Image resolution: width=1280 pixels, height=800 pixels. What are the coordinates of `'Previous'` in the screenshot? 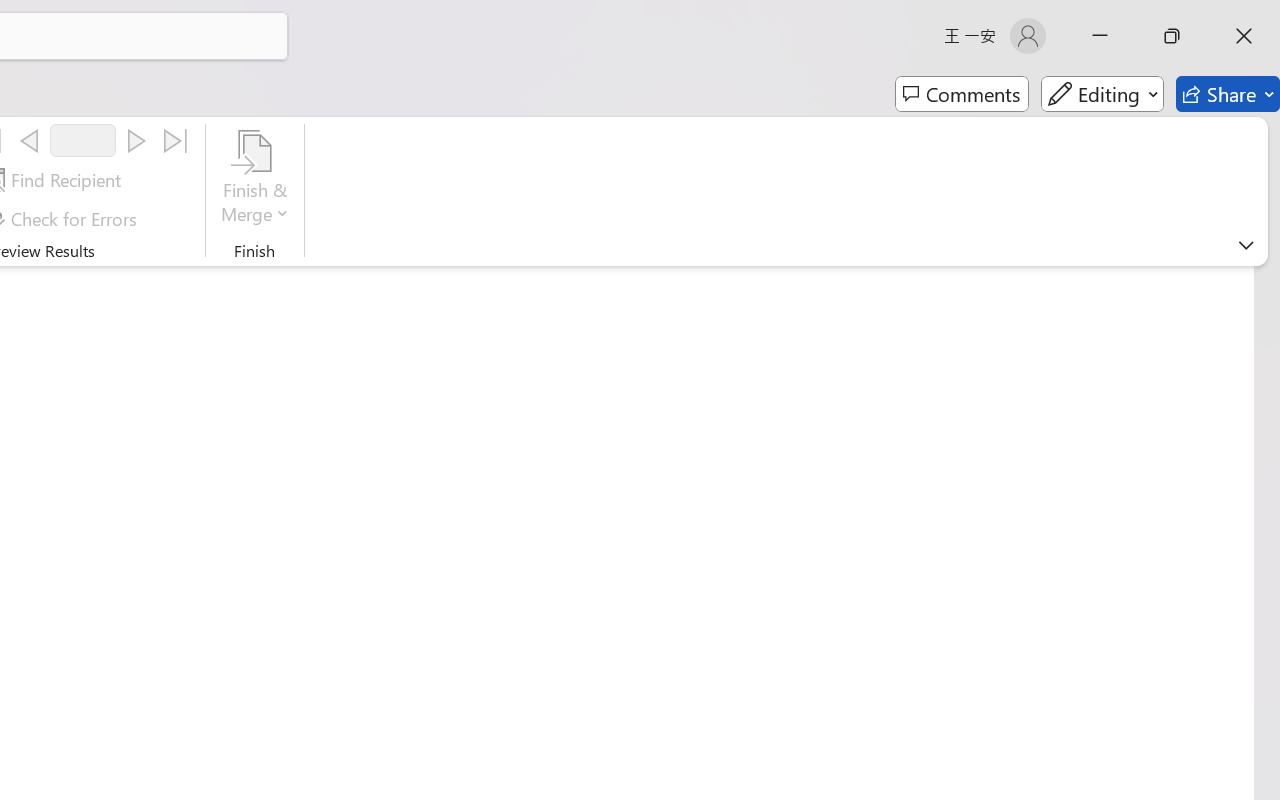 It's located at (29, 141).